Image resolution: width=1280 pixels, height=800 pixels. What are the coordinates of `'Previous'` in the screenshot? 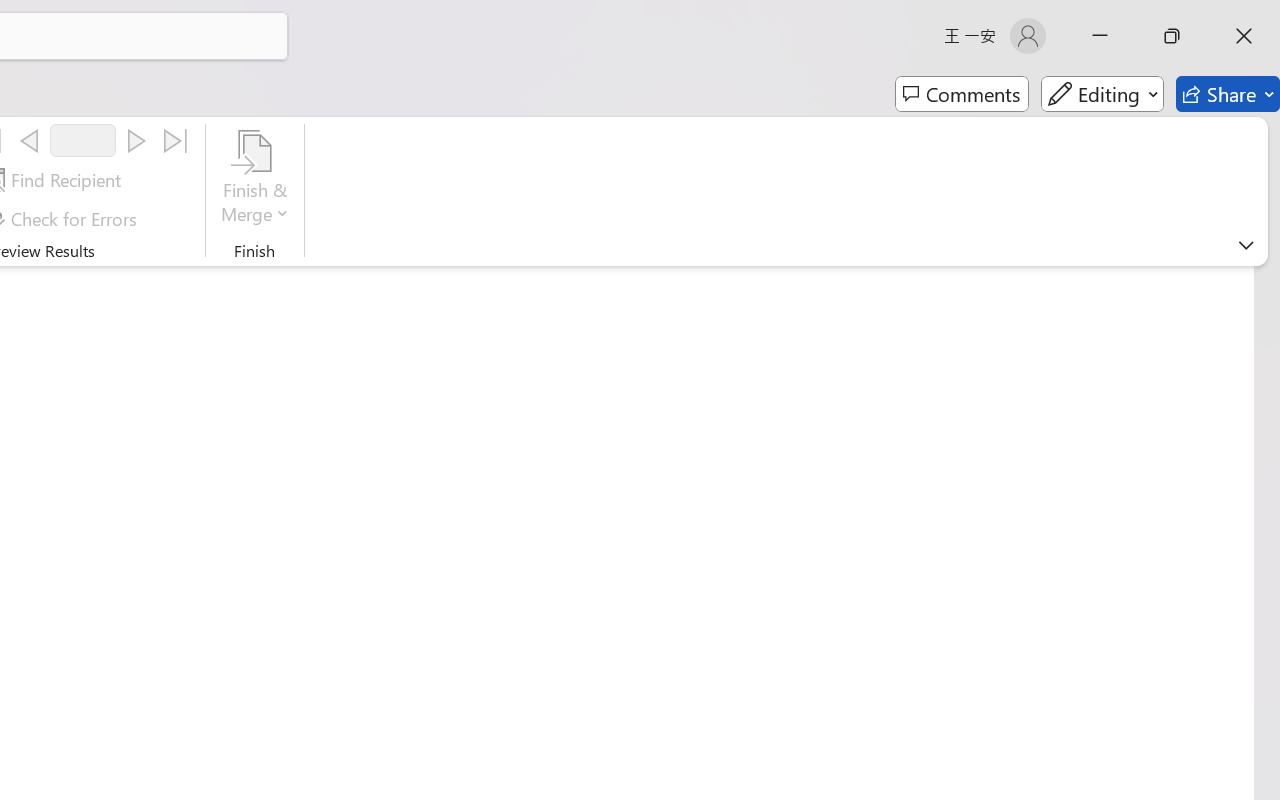 It's located at (29, 141).